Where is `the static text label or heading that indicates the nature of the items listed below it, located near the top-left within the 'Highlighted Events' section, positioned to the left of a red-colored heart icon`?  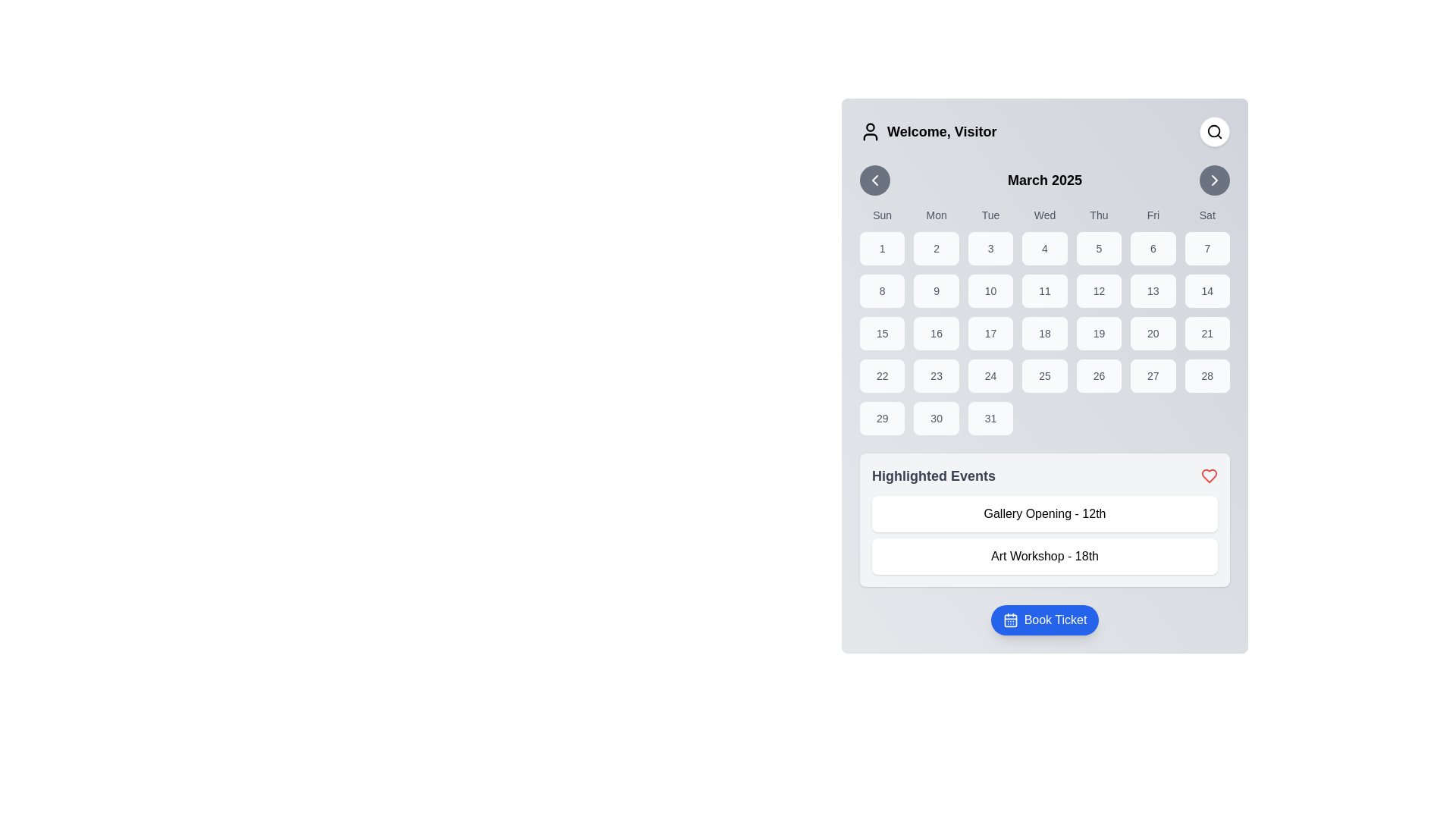 the static text label or heading that indicates the nature of the items listed below it, located near the top-left within the 'Highlighted Events' section, positioned to the left of a red-colored heart icon is located at coordinates (933, 475).